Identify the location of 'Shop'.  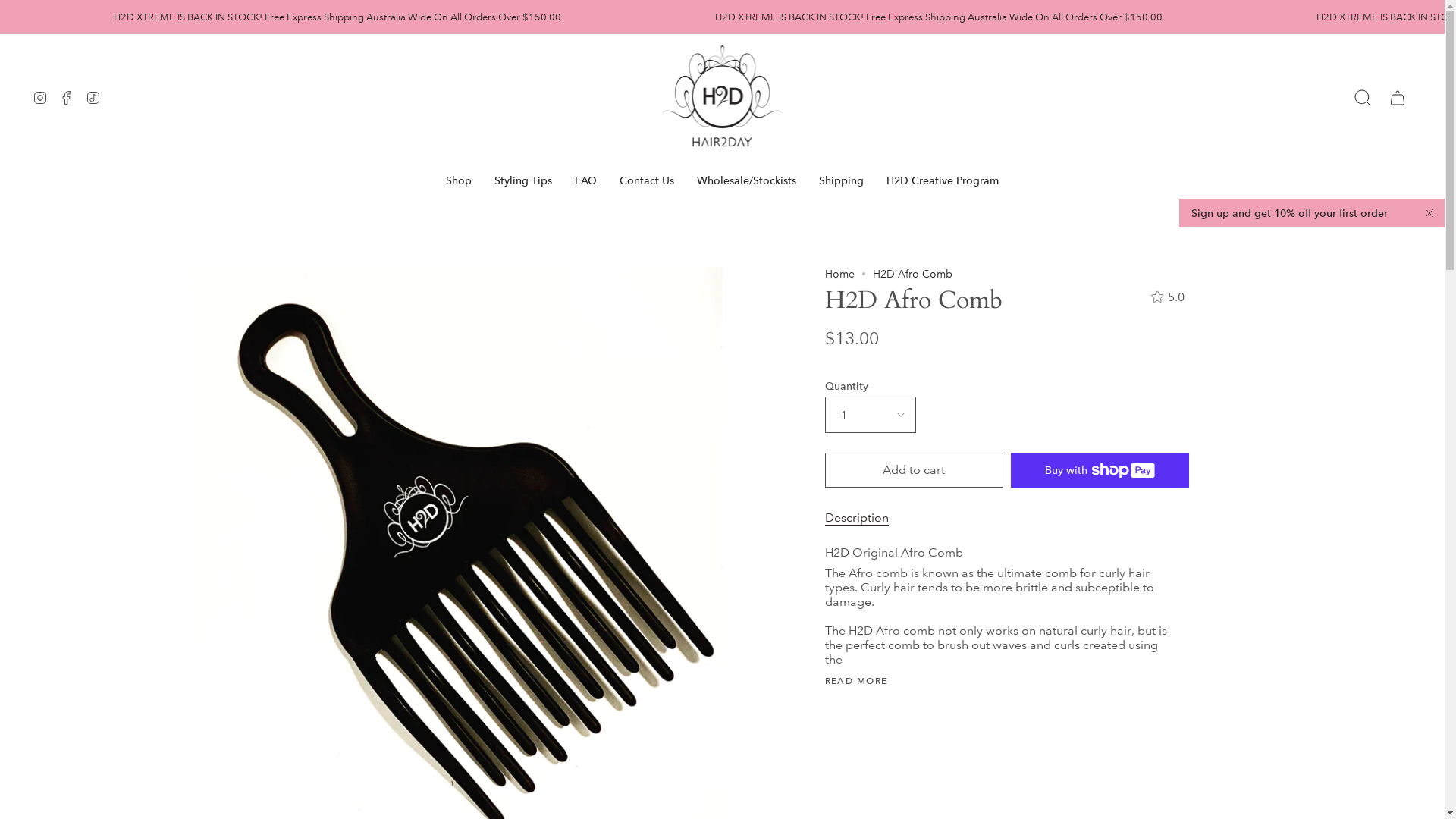
(457, 180).